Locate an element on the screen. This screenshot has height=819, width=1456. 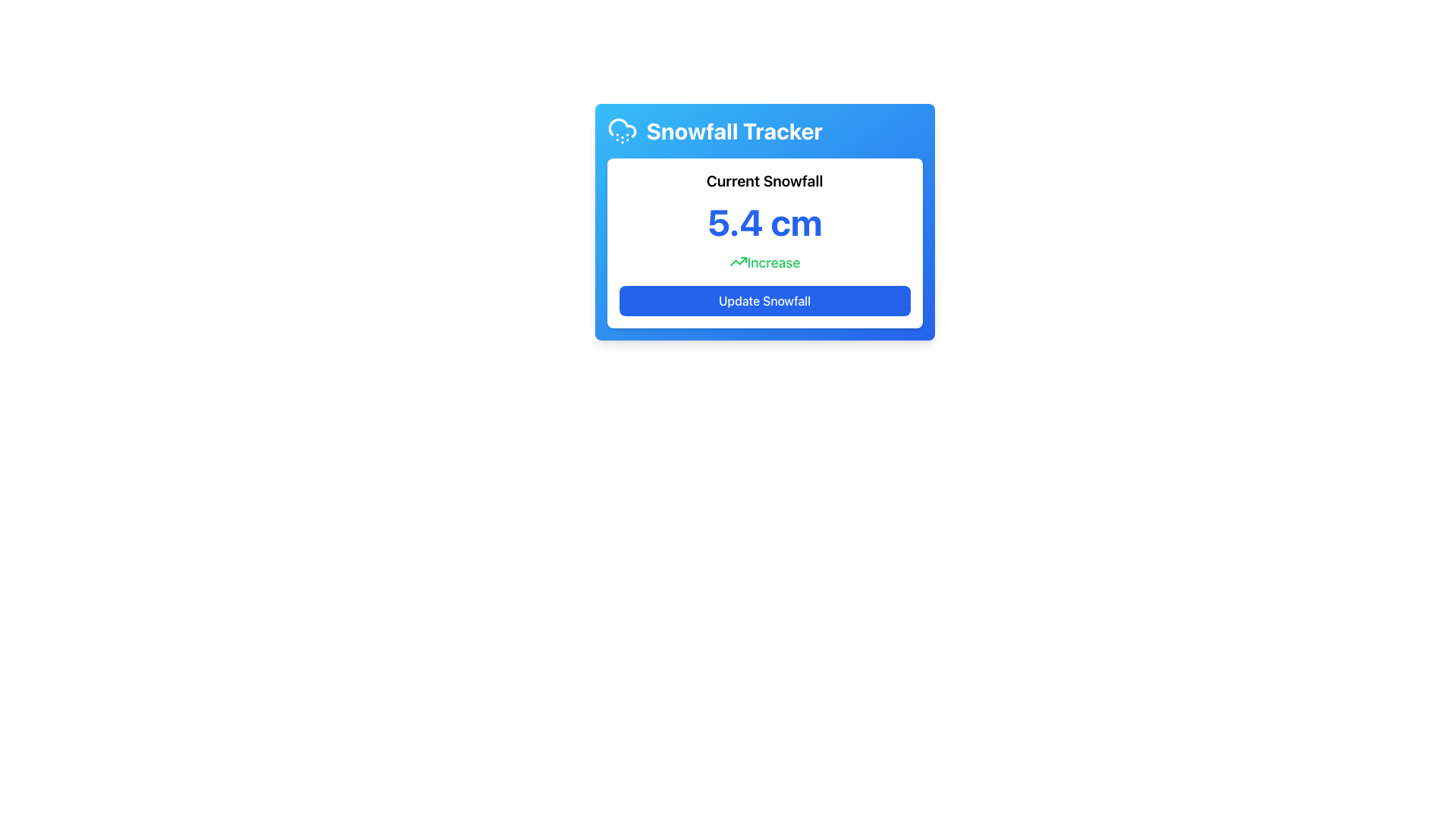
the green zig-zag arrow SVG element indicating growth, located in the 'Snowfall Tracker' card adjacent to the 'Increase' text is located at coordinates (738, 260).